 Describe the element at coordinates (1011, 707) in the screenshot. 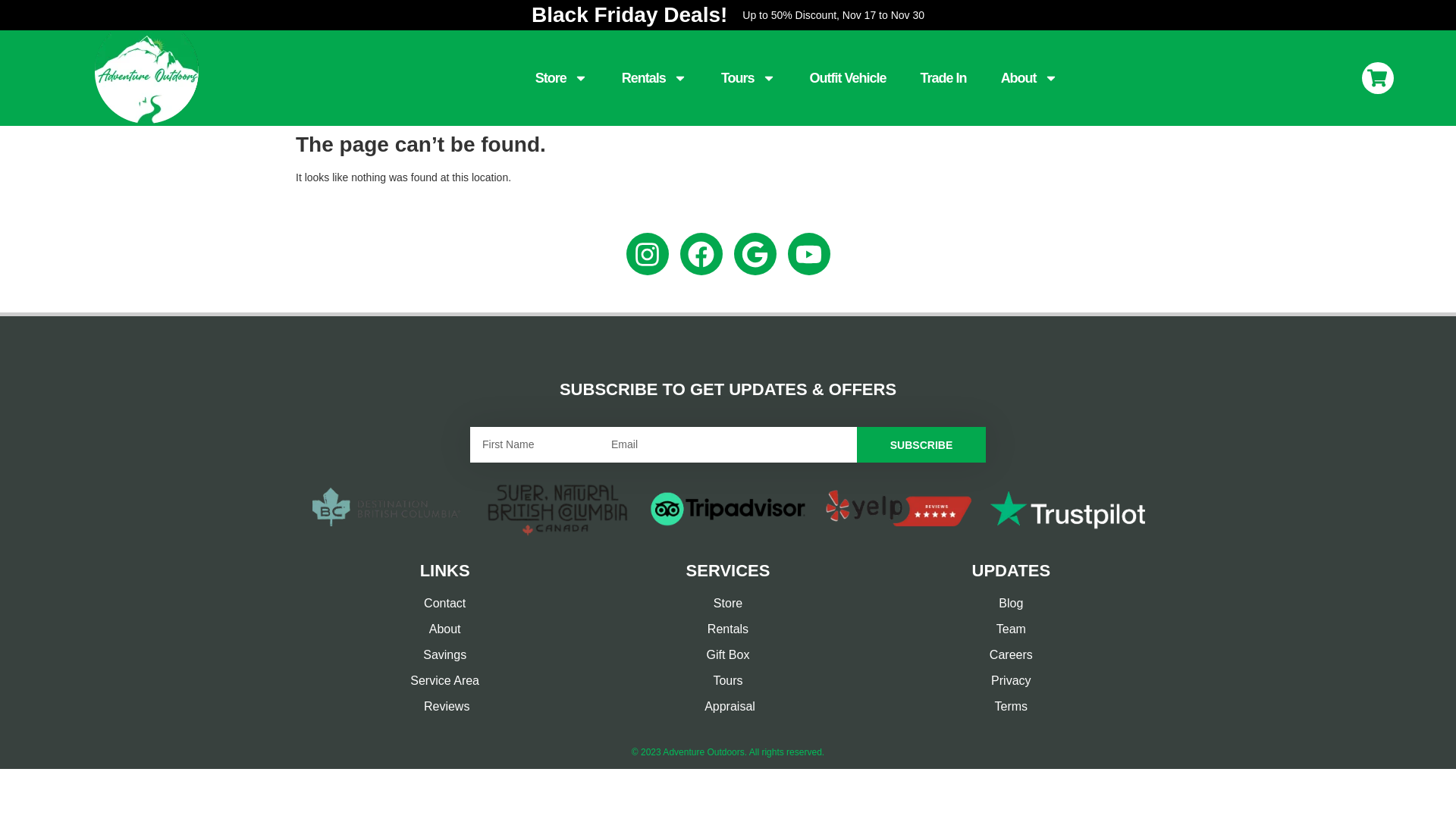

I see `'Terms'` at that location.